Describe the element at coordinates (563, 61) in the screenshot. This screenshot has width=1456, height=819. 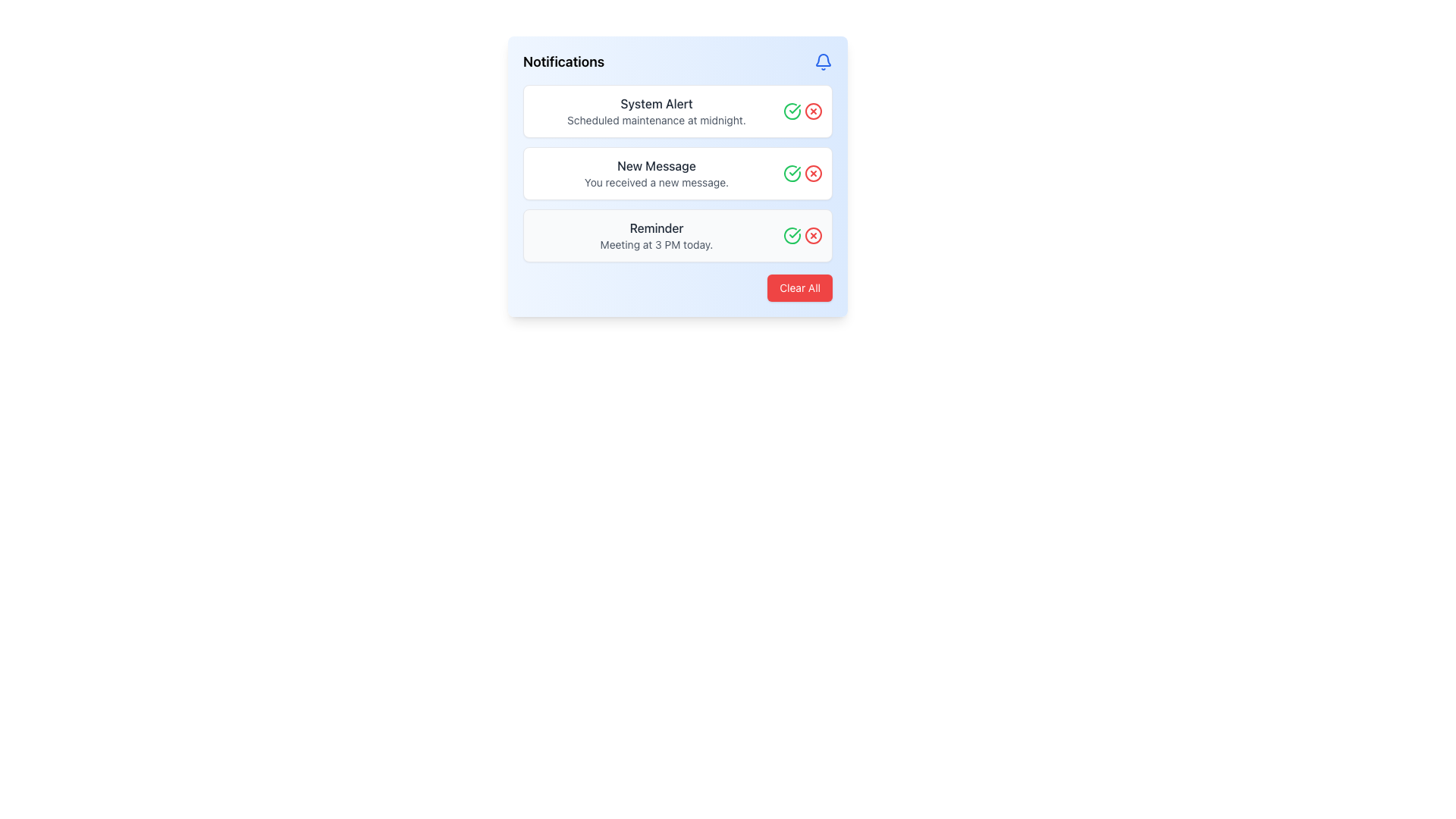
I see `the text label that serves as the title for the card related to notifications, located at the top-left corner of the card layout` at that location.